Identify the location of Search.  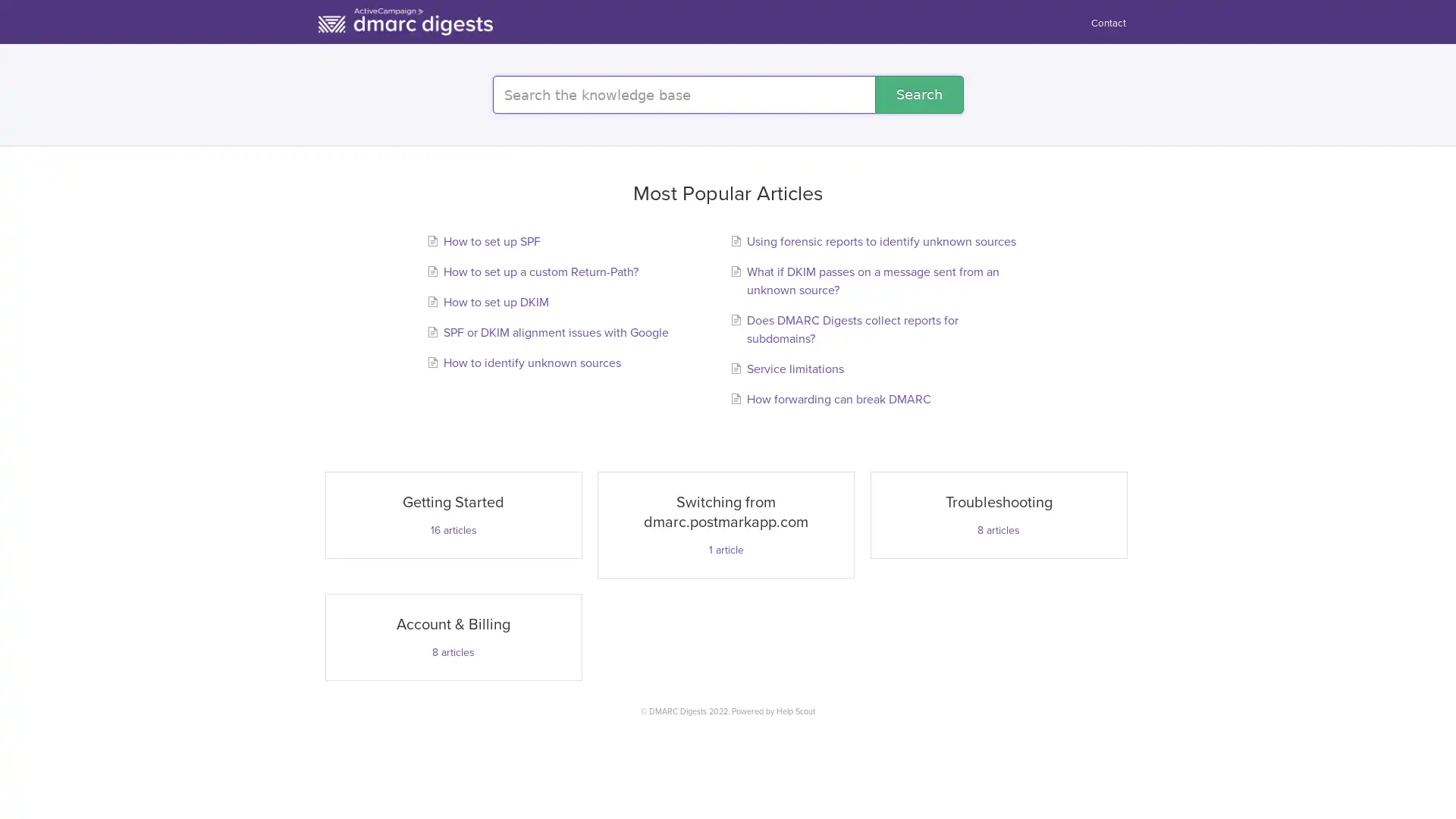
(918, 94).